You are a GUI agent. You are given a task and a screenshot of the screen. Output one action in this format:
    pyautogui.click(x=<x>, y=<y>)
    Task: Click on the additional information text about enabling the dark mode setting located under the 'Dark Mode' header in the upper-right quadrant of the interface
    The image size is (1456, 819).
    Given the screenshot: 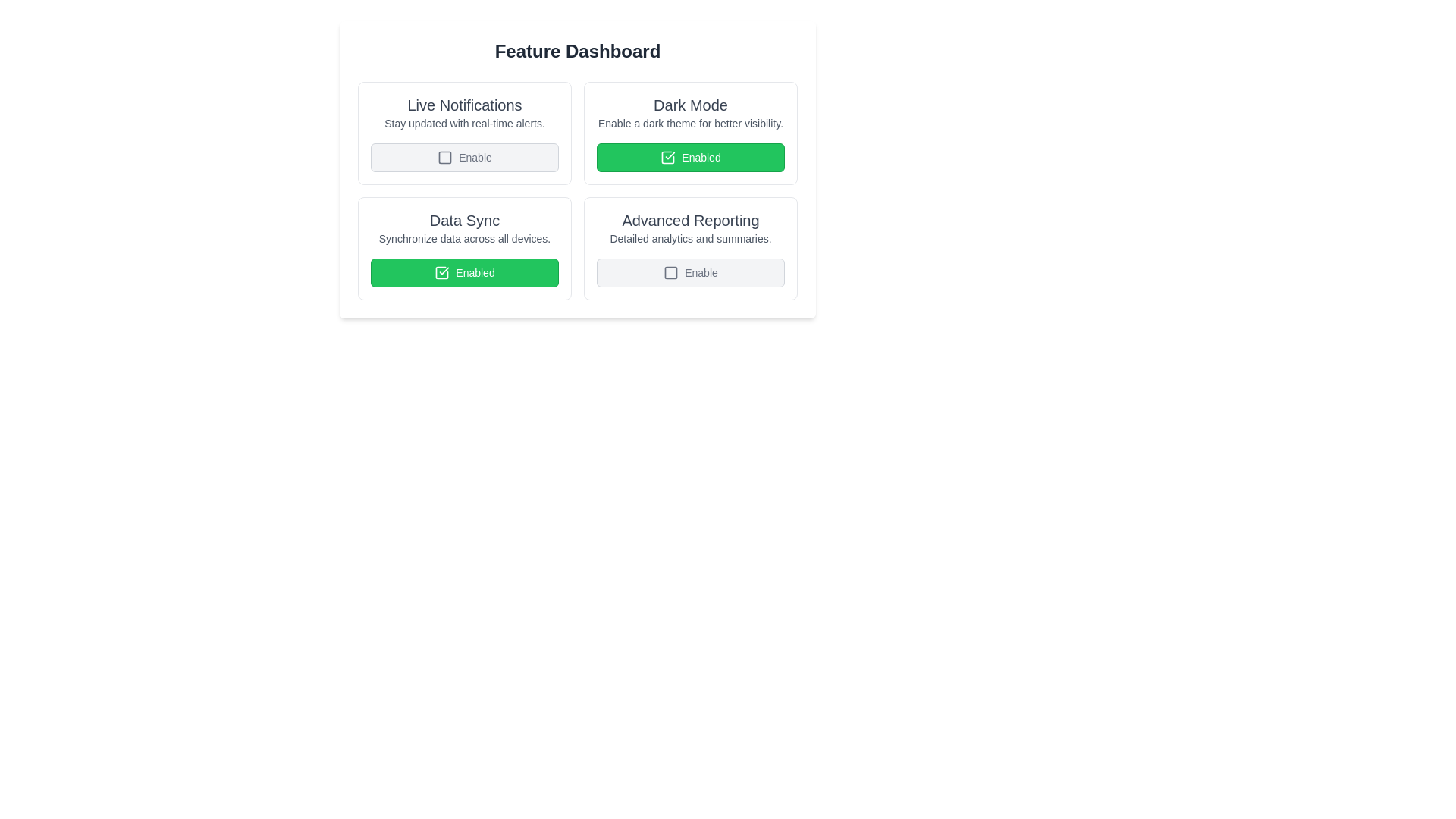 What is the action you would take?
    pyautogui.click(x=690, y=122)
    